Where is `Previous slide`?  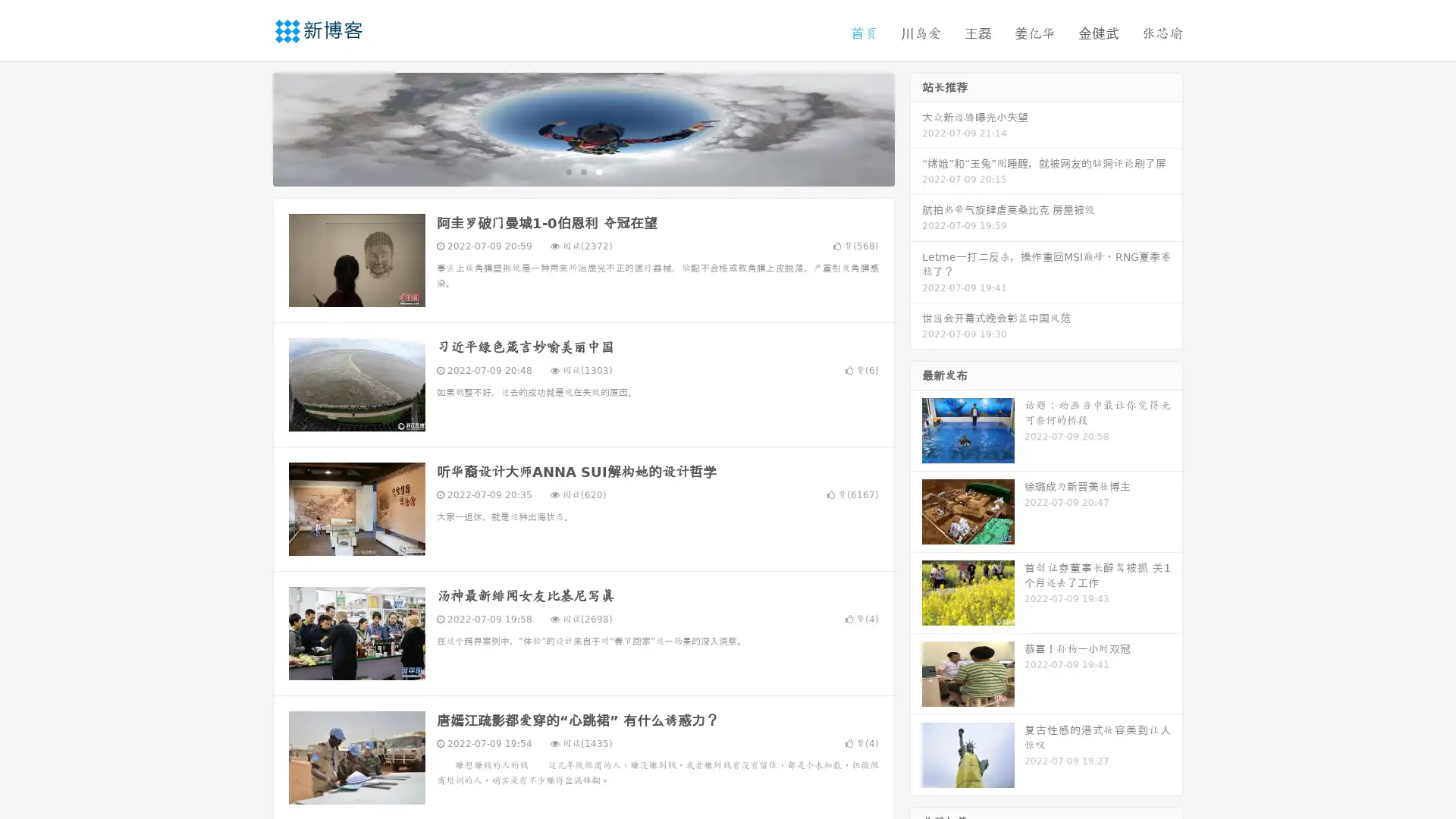 Previous slide is located at coordinates (250, 127).